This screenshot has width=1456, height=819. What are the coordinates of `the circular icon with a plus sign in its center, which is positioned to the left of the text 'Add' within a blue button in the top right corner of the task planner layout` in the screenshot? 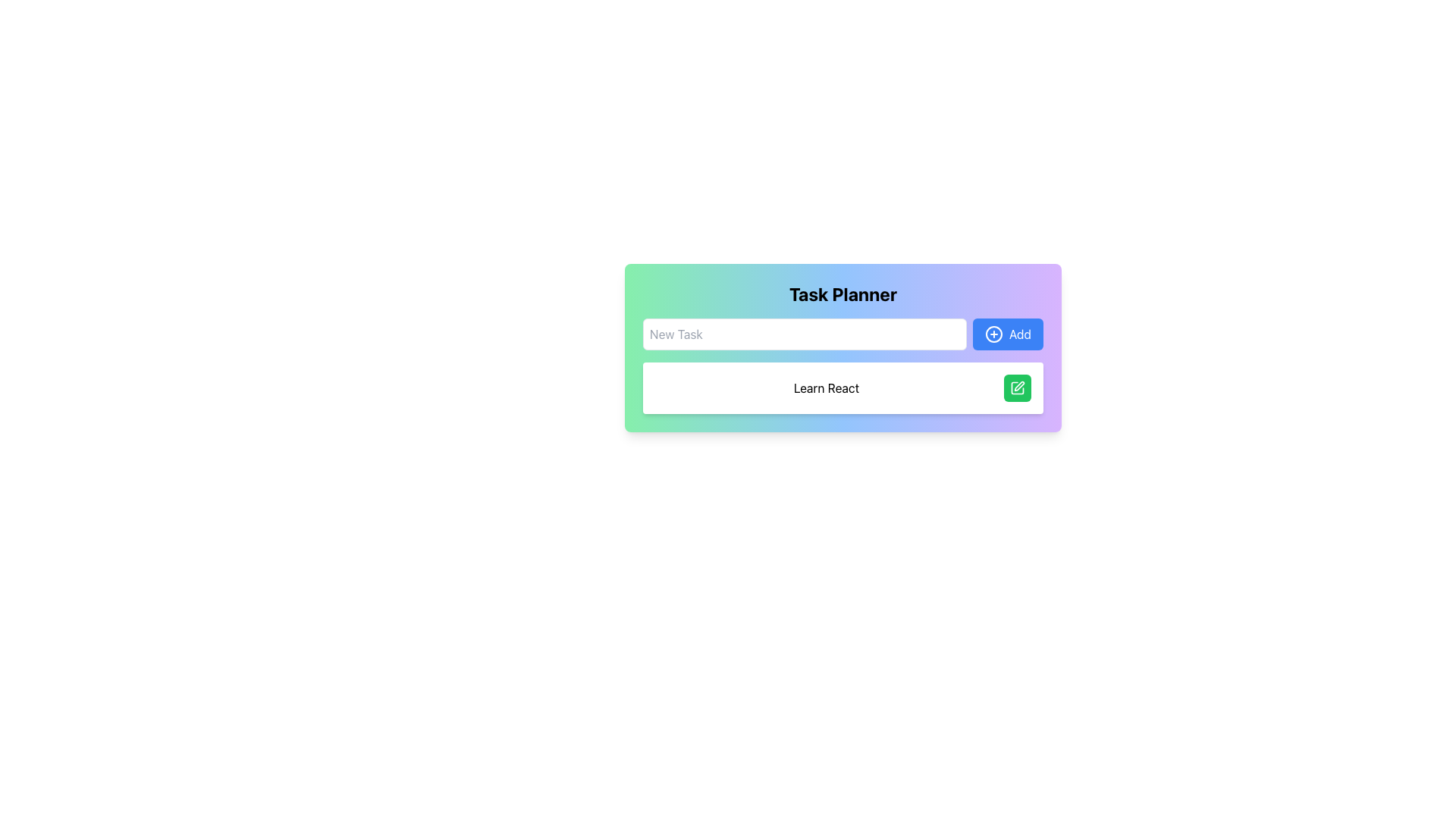 It's located at (993, 333).